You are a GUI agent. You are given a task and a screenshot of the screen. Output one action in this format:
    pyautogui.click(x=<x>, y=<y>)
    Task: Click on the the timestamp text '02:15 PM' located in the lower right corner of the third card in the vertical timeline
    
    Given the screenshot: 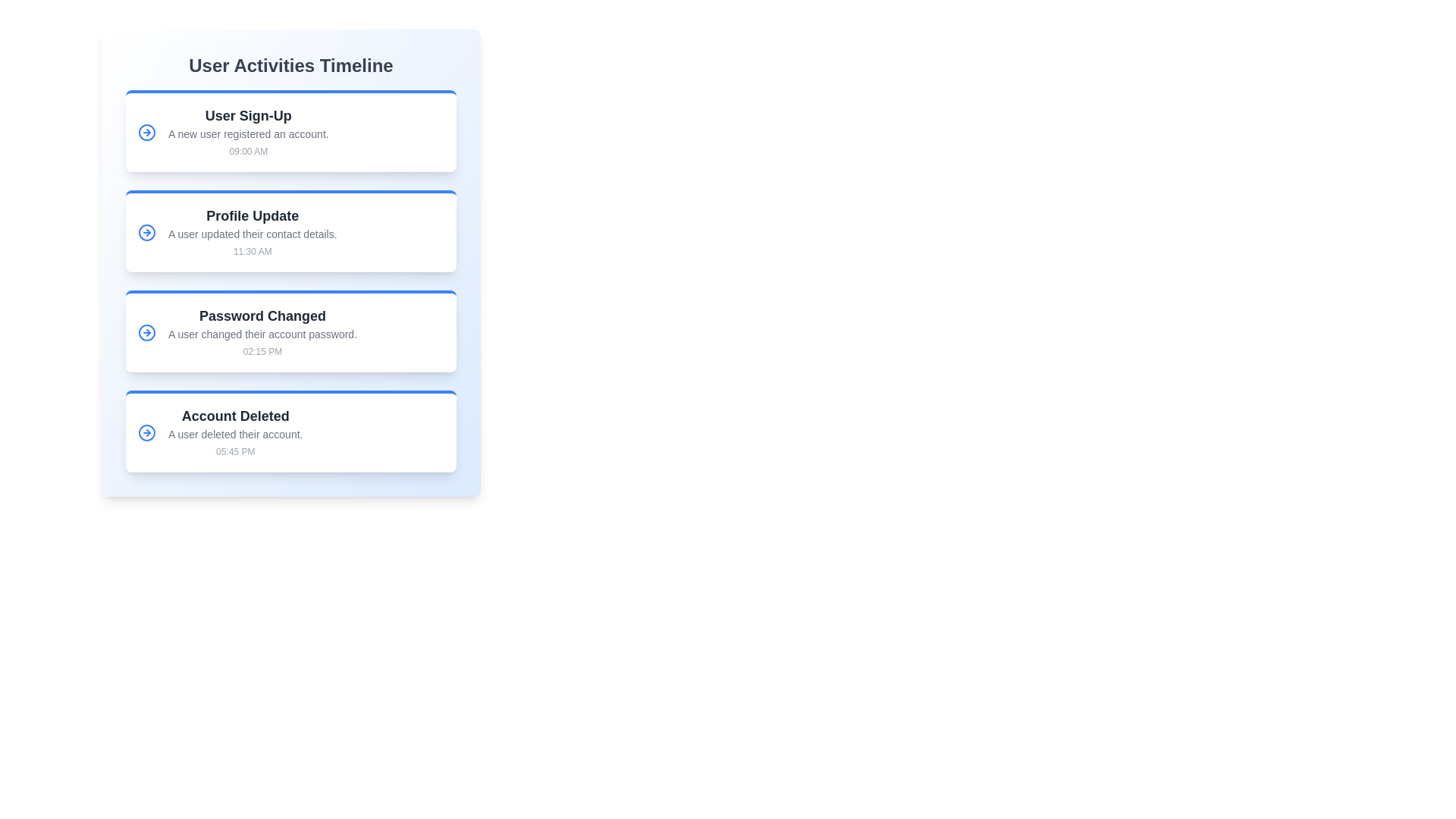 What is the action you would take?
    pyautogui.click(x=262, y=351)
    